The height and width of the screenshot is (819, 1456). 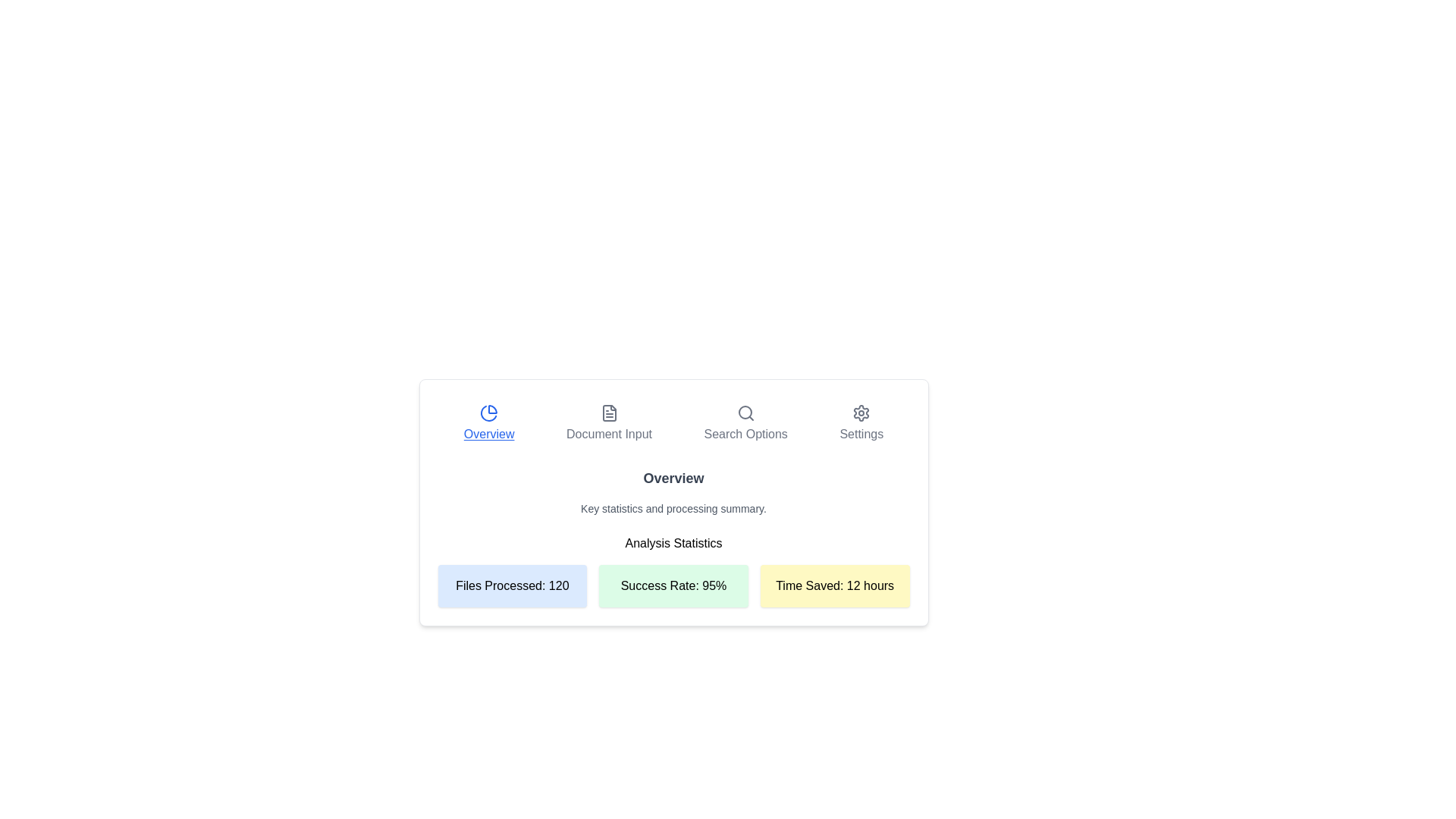 What do you see at coordinates (512, 585) in the screenshot?
I see `the Informational display component that shows 'Files Processed: 120', which is the first in a sequence of three components under the 'Analysis Statistics' header` at bounding box center [512, 585].